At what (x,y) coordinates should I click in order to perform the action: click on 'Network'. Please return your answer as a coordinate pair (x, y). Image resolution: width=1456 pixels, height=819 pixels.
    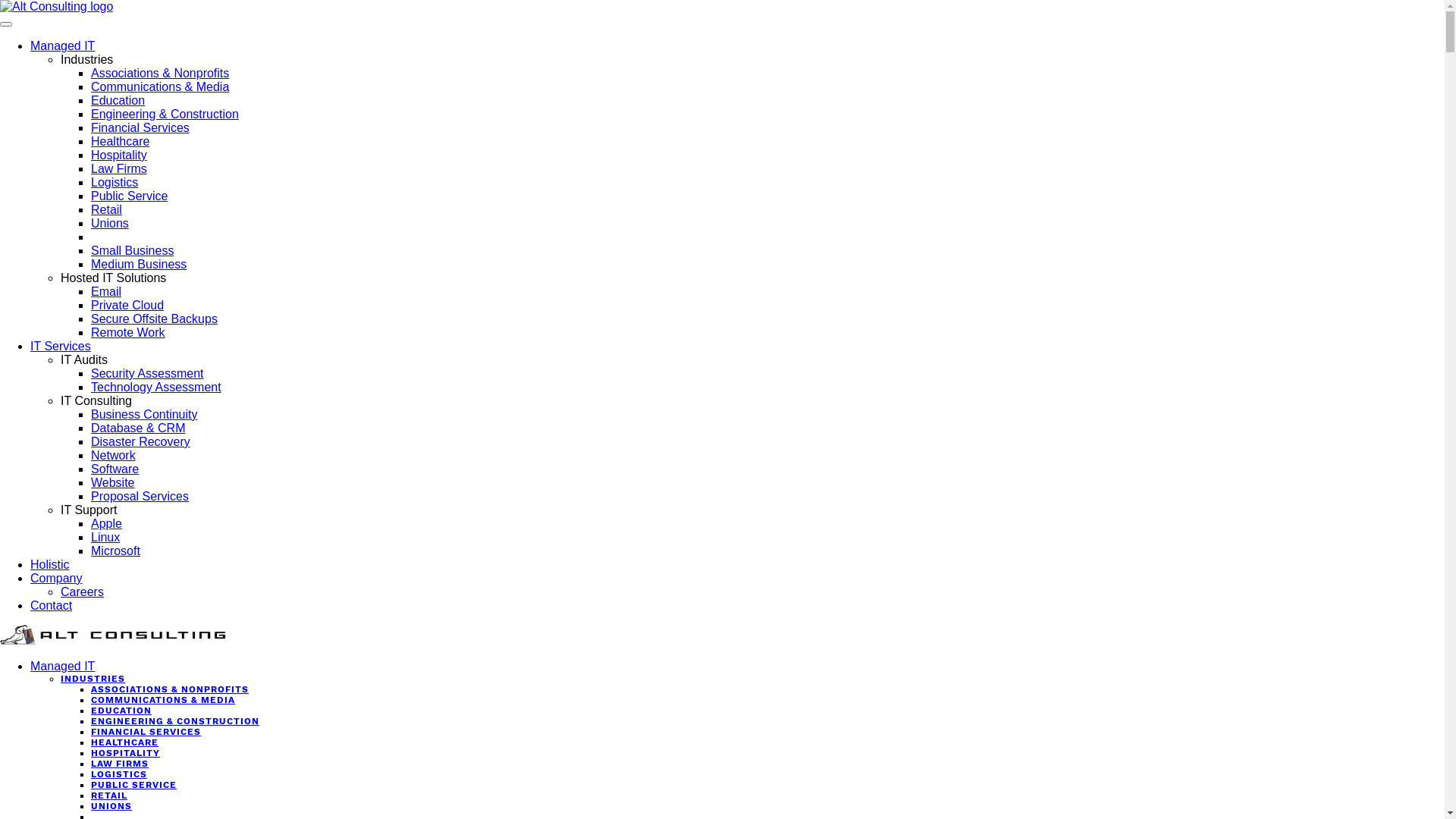
    Looking at the image, I should click on (112, 454).